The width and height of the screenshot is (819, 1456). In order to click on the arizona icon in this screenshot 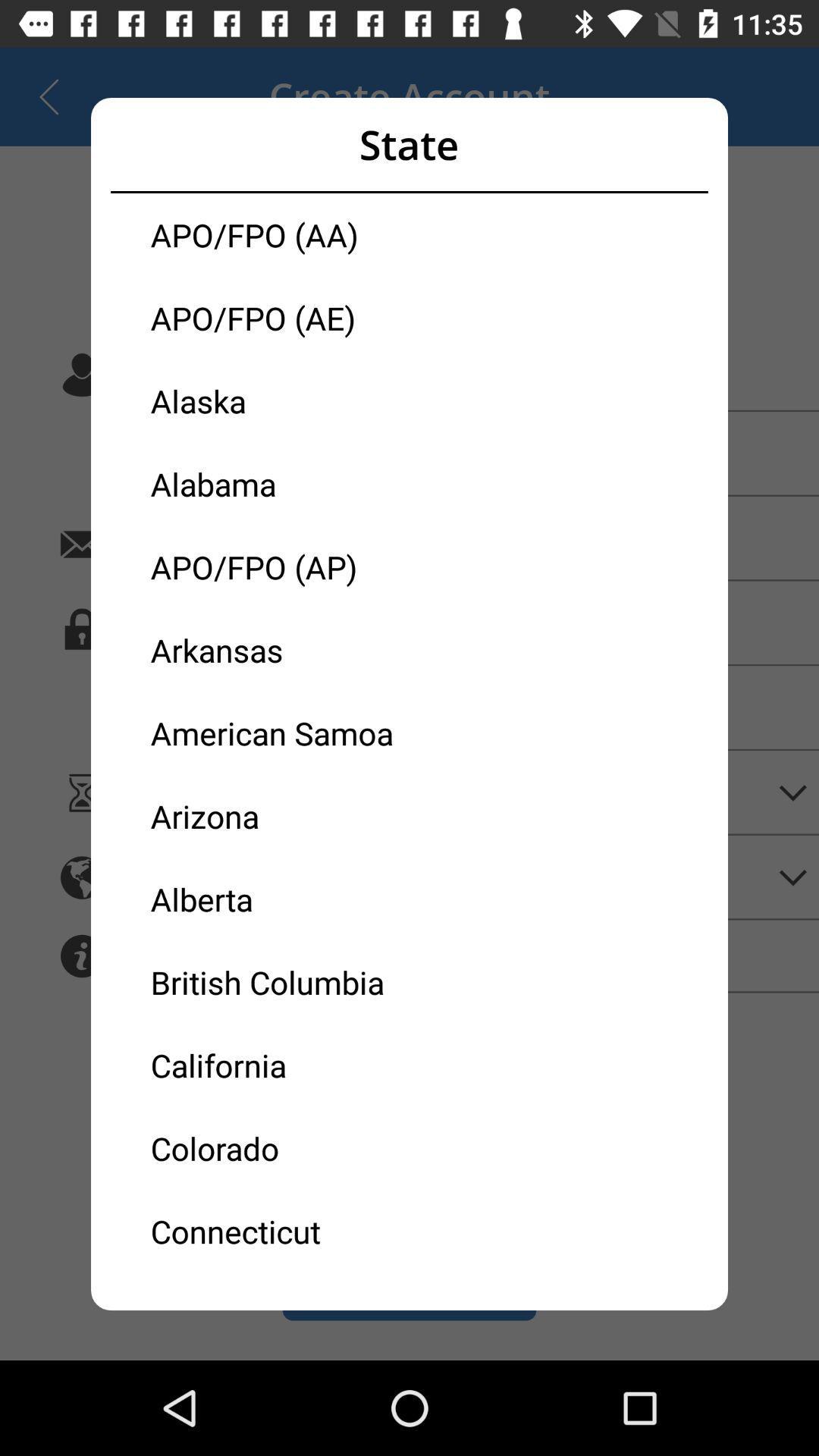, I will do `click(280, 815)`.